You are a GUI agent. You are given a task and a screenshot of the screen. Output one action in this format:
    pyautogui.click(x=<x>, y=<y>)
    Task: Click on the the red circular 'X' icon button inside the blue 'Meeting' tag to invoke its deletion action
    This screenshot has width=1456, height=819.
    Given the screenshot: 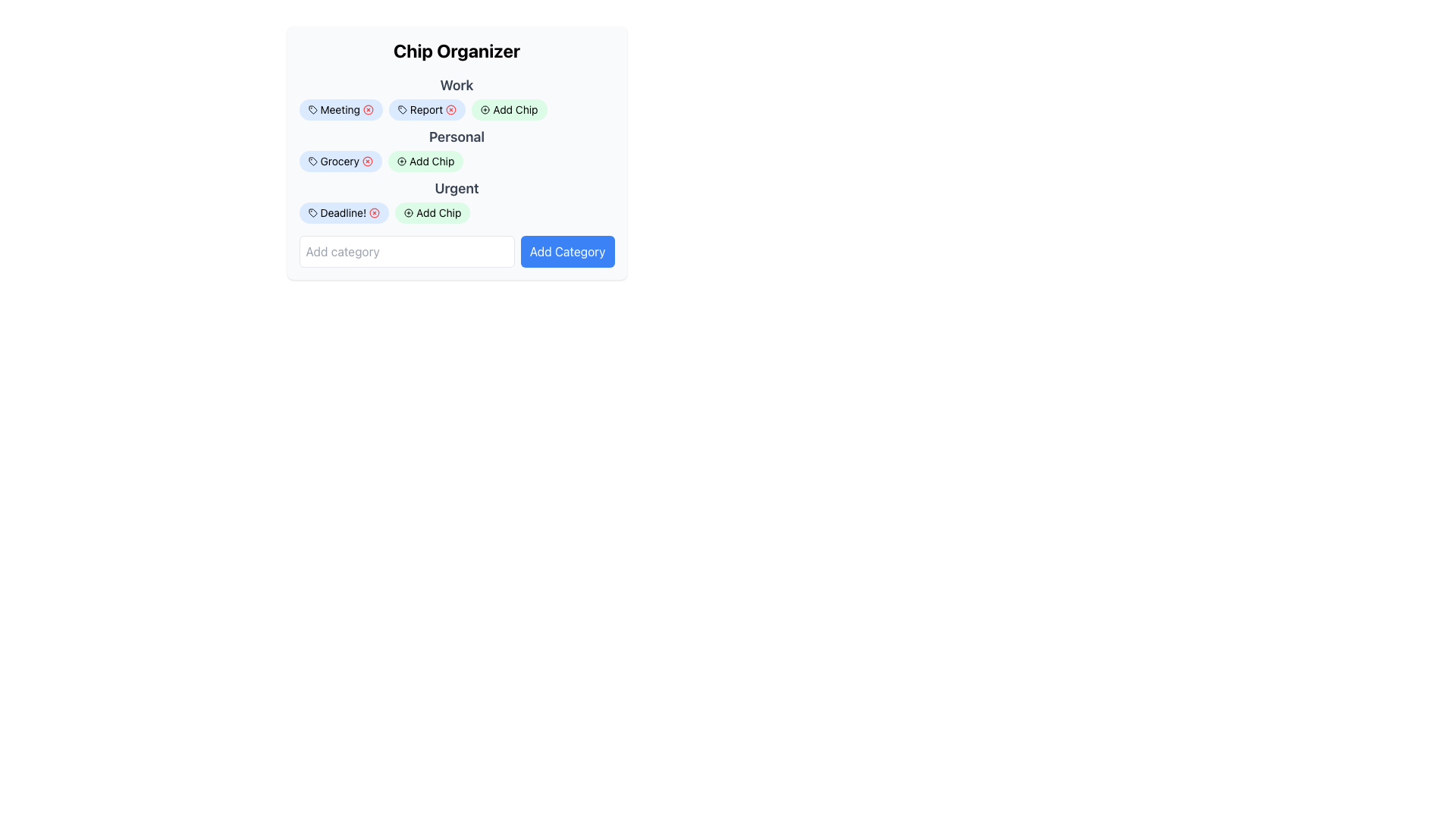 What is the action you would take?
    pyautogui.click(x=368, y=109)
    